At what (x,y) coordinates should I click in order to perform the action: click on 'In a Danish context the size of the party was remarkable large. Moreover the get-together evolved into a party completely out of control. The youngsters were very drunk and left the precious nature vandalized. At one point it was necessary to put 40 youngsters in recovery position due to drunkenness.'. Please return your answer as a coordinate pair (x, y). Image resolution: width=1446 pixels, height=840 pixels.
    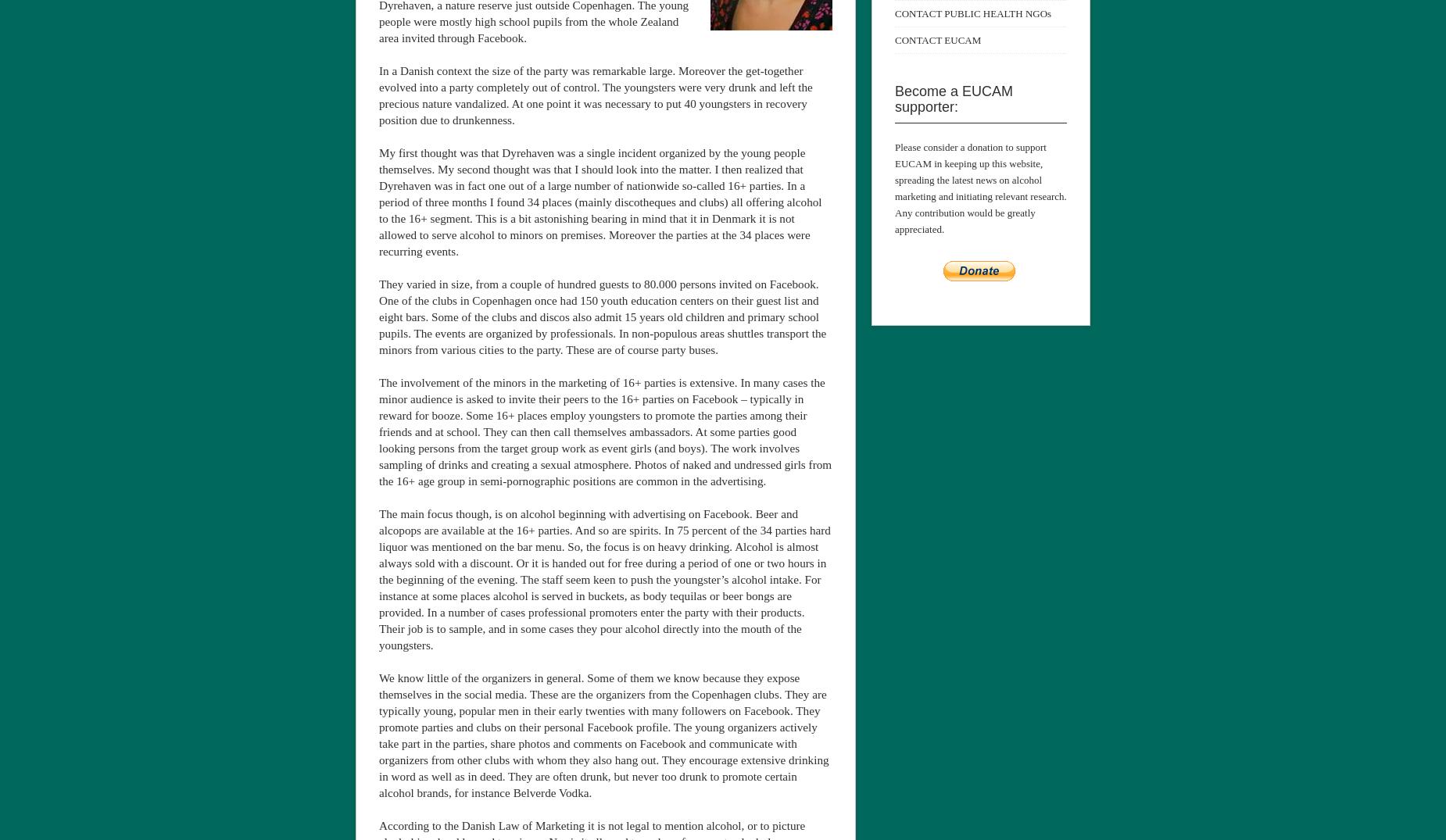
    Looking at the image, I should click on (596, 94).